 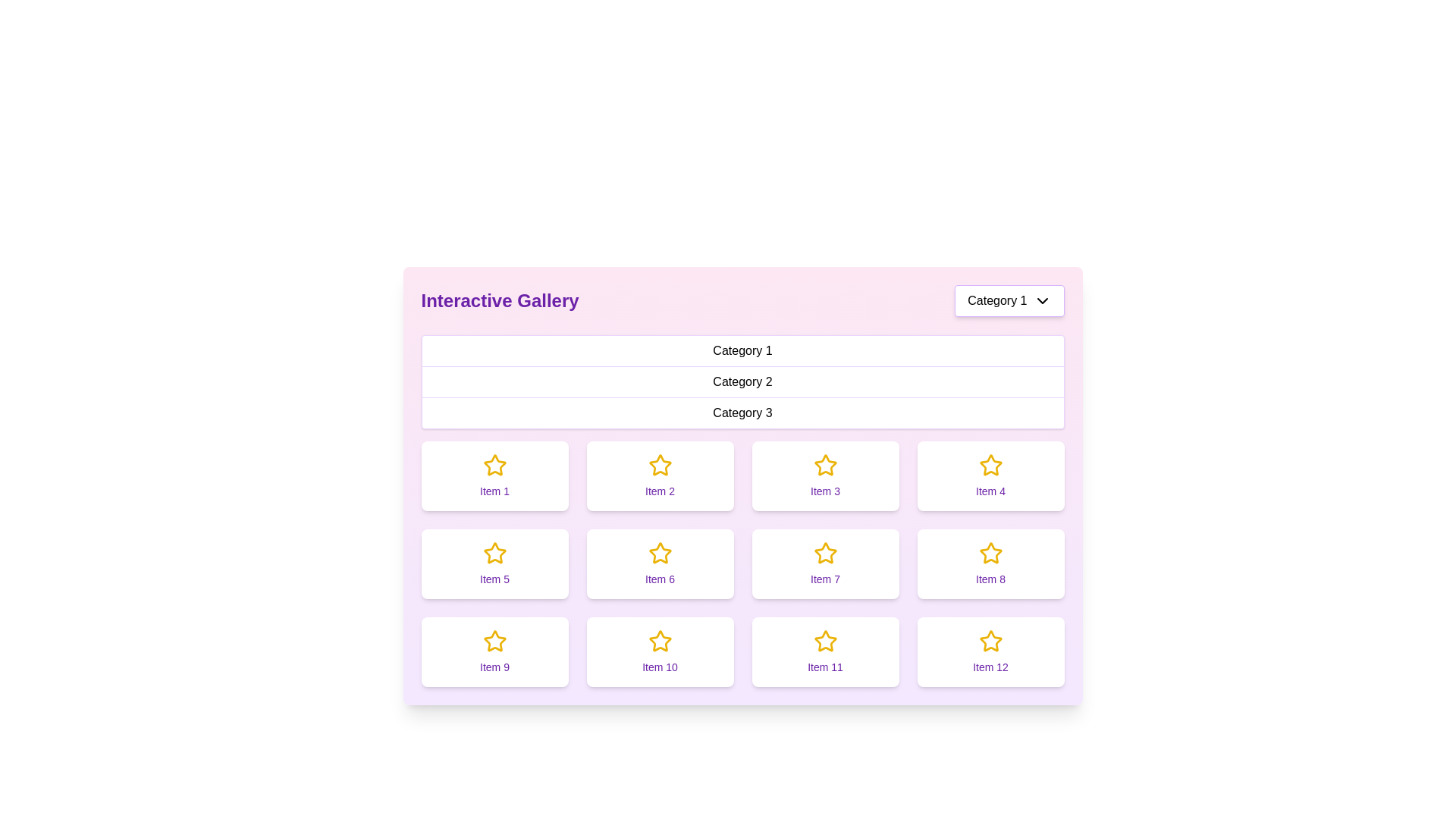 What do you see at coordinates (494, 666) in the screenshot?
I see `the text label located in the bottom-left section of the ninth tile in the grid layout, which is directly below the star icon` at bounding box center [494, 666].